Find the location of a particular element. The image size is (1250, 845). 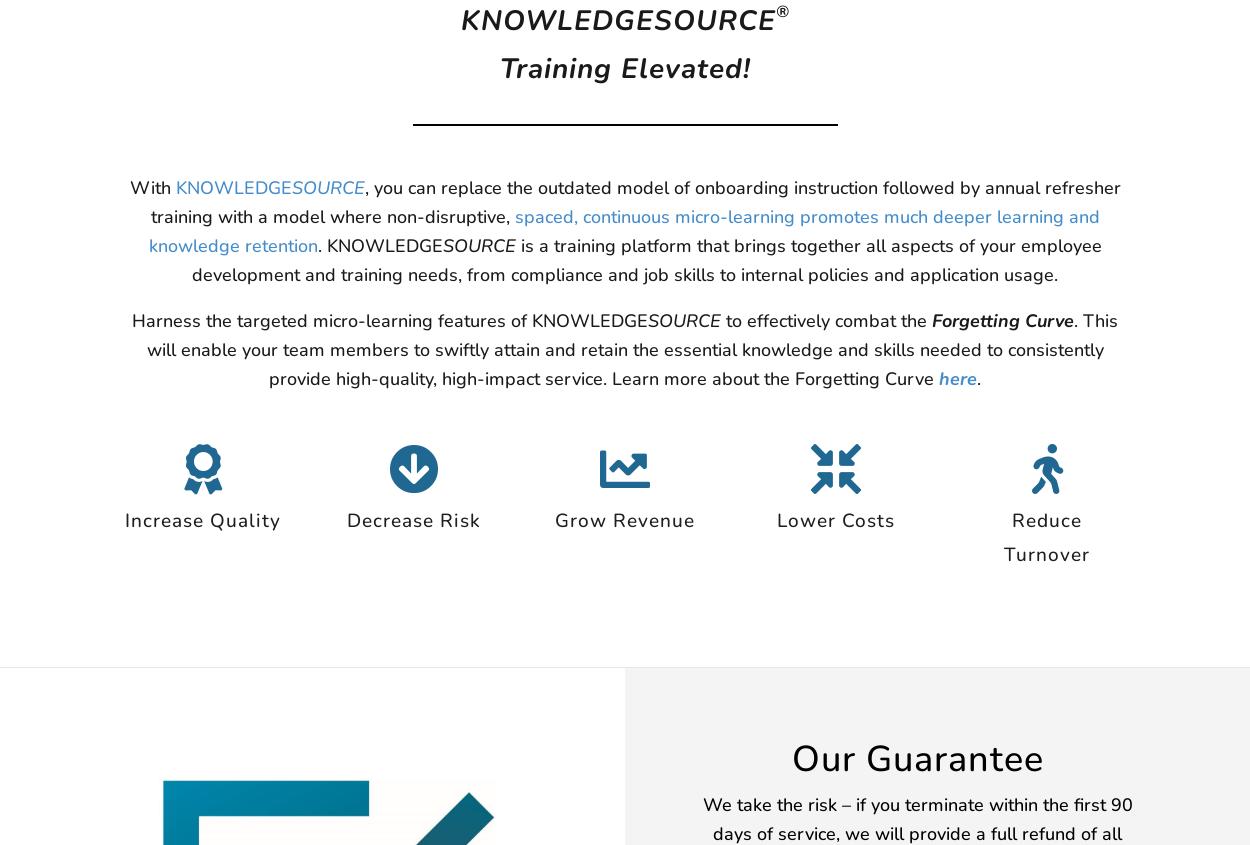

'Forgetting Curve' is located at coordinates (1003, 321).